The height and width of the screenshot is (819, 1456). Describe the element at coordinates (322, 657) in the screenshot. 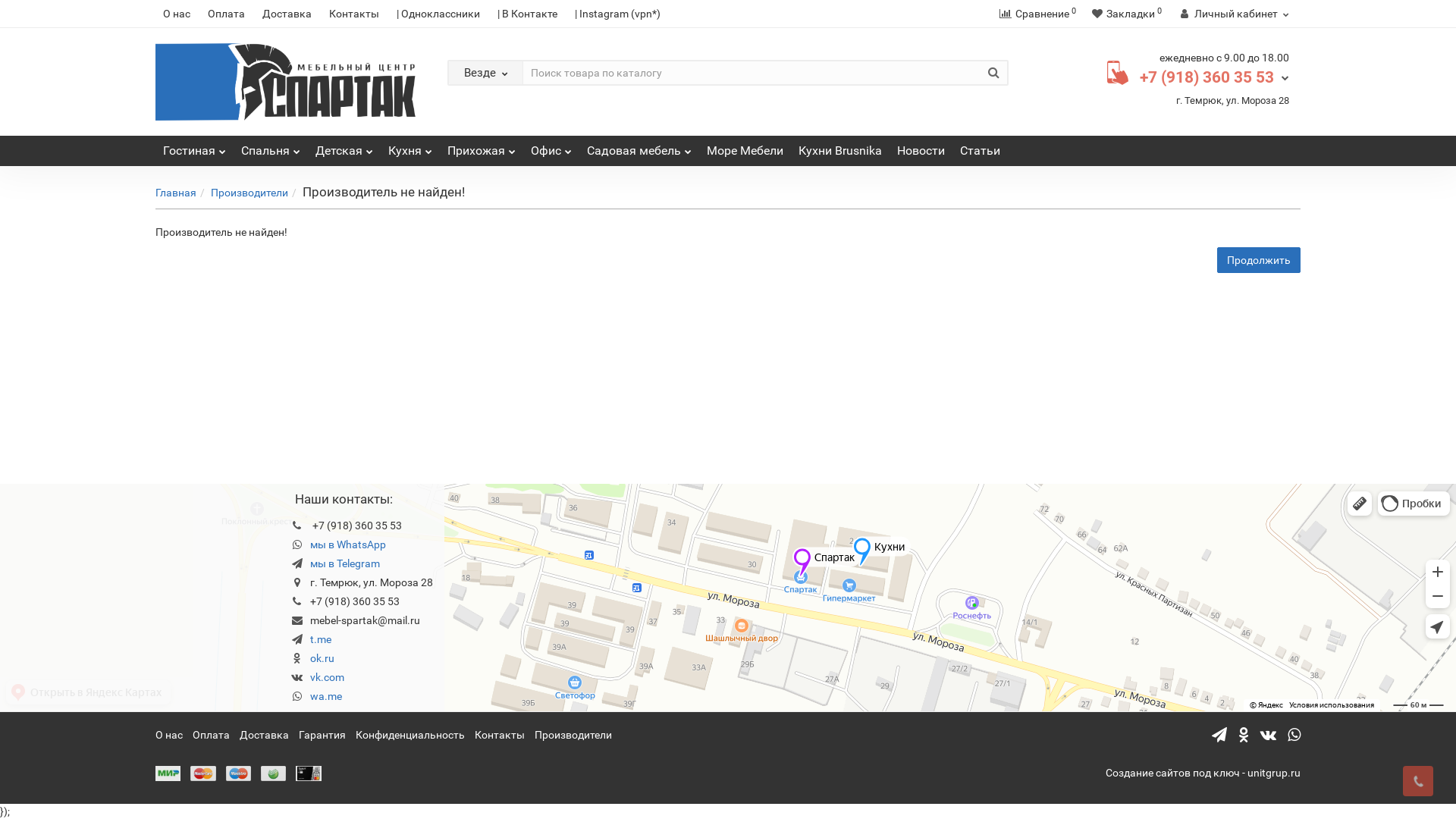

I see `'ok.ru'` at that location.